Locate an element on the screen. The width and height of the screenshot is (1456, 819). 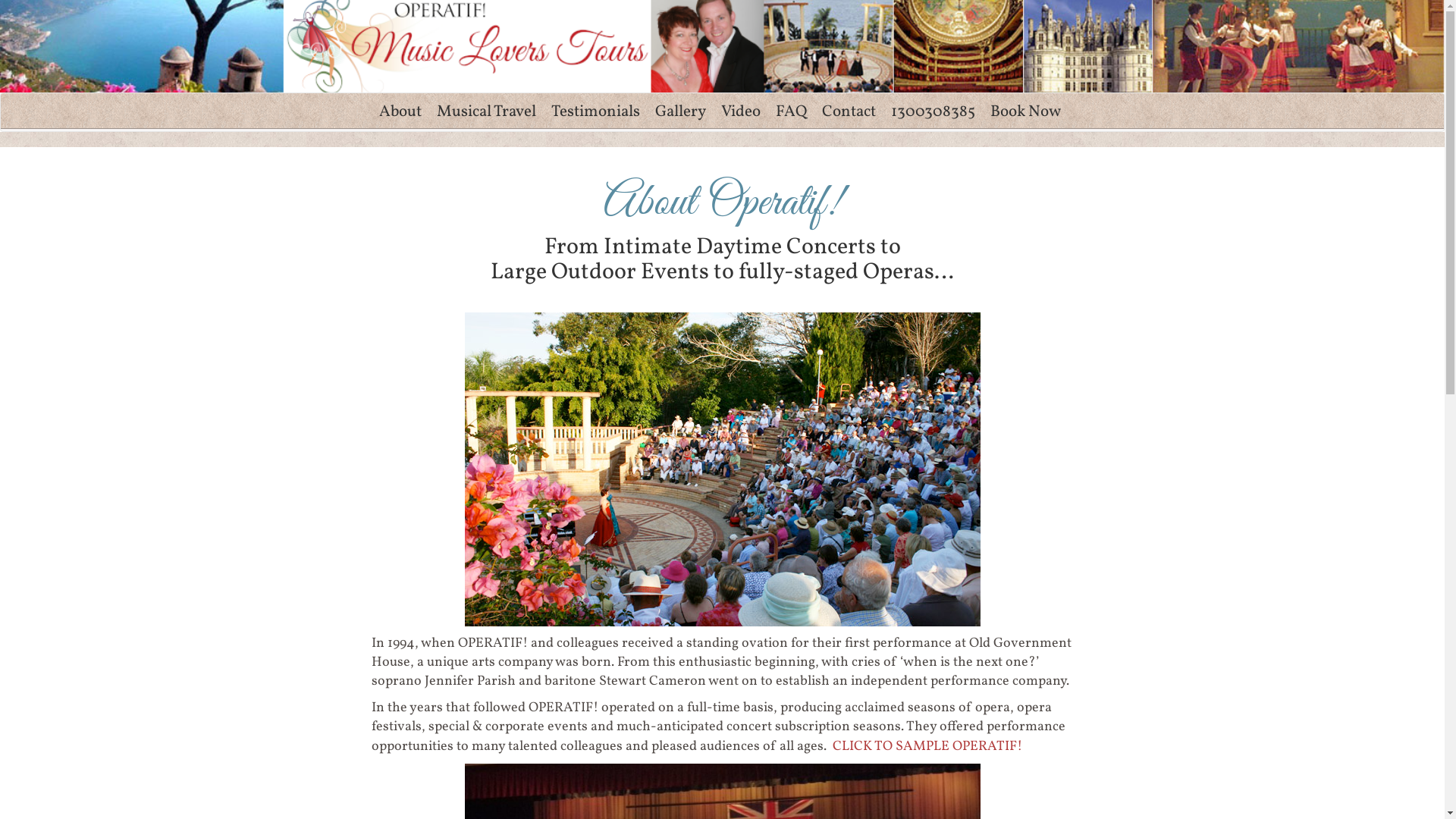
'Contact' is located at coordinates (848, 111).